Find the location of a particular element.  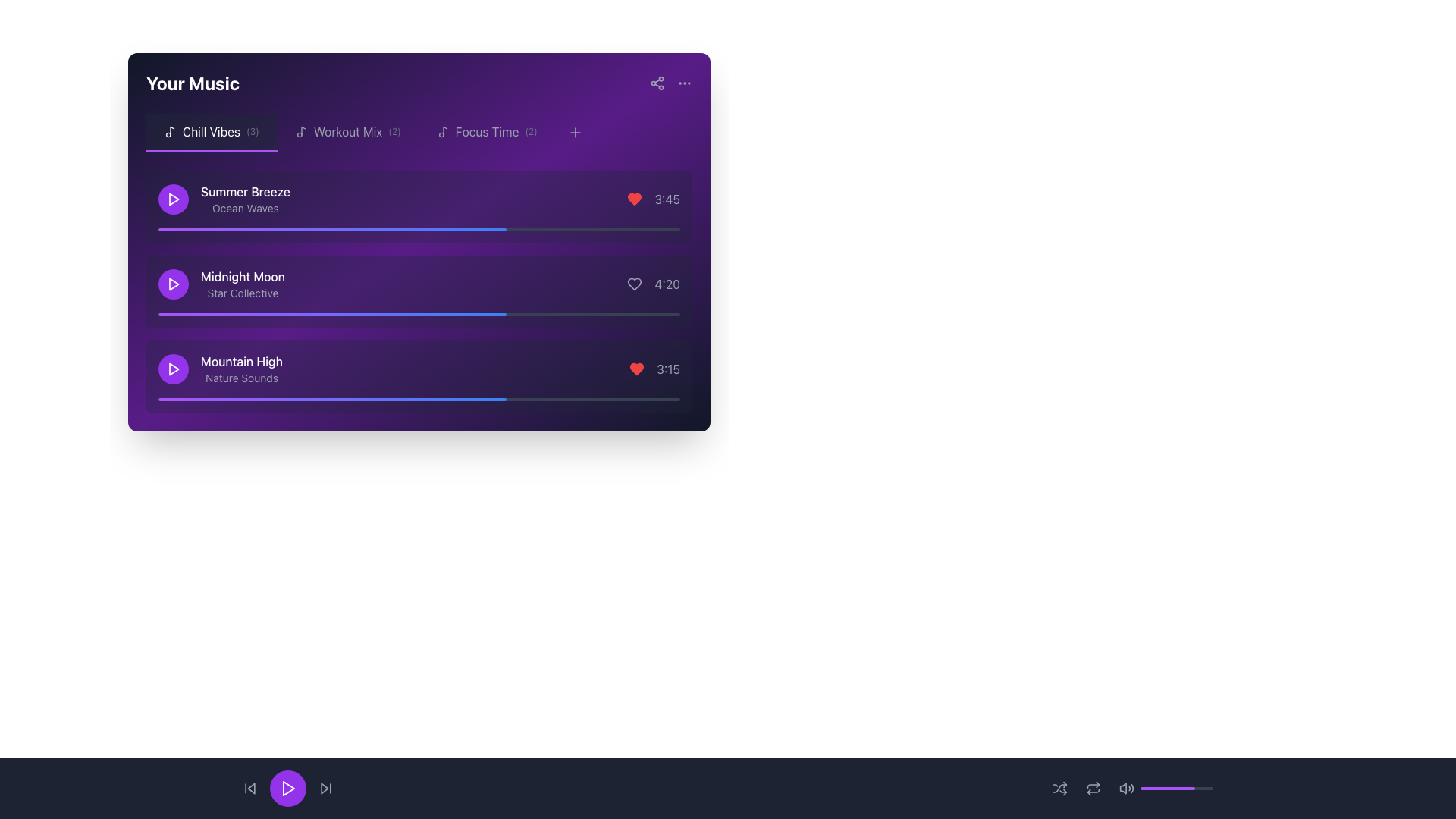

the circular play button with a purple background and white play icon, located to the left of the 'Midnight Moon' song entry is located at coordinates (174, 284).